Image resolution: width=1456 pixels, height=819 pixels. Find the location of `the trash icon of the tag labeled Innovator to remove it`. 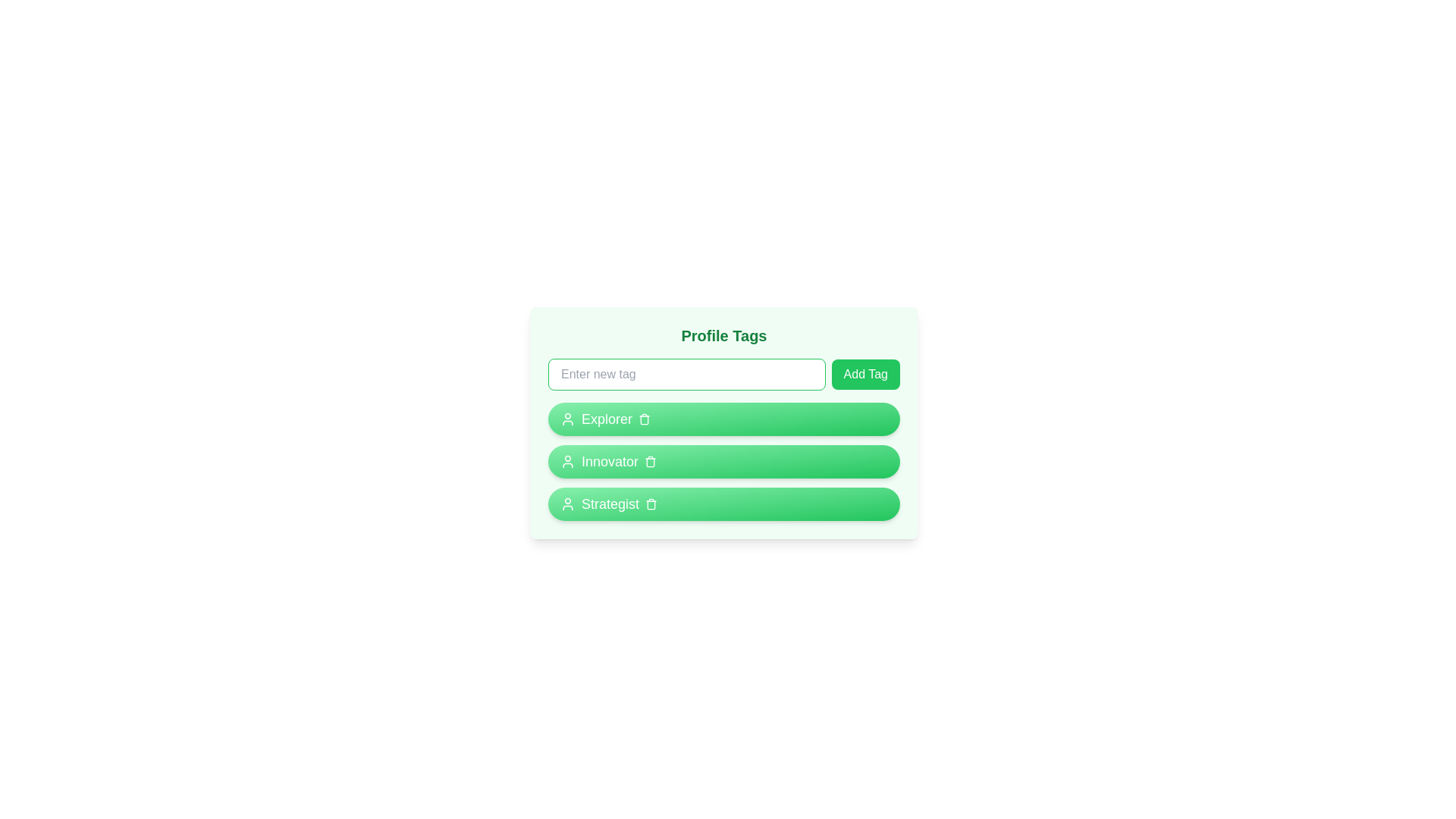

the trash icon of the tag labeled Innovator to remove it is located at coordinates (651, 461).